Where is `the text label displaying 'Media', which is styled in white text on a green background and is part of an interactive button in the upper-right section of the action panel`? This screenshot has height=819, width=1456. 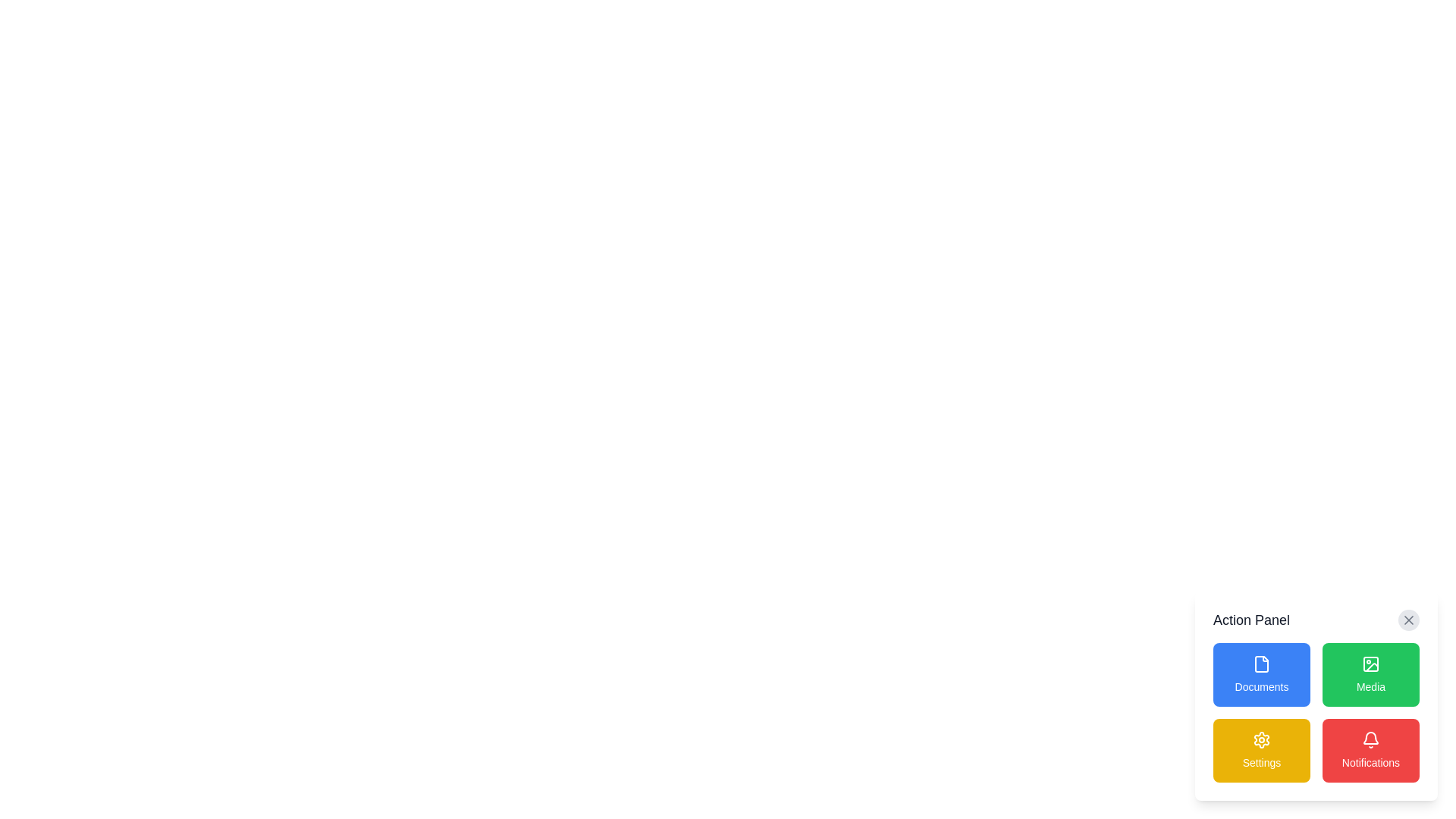
the text label displaying 'Media', which is styled in white text on a green background and is part of an interactive button in the upper-right section of the action panel is located at coordinates (1371, 687).